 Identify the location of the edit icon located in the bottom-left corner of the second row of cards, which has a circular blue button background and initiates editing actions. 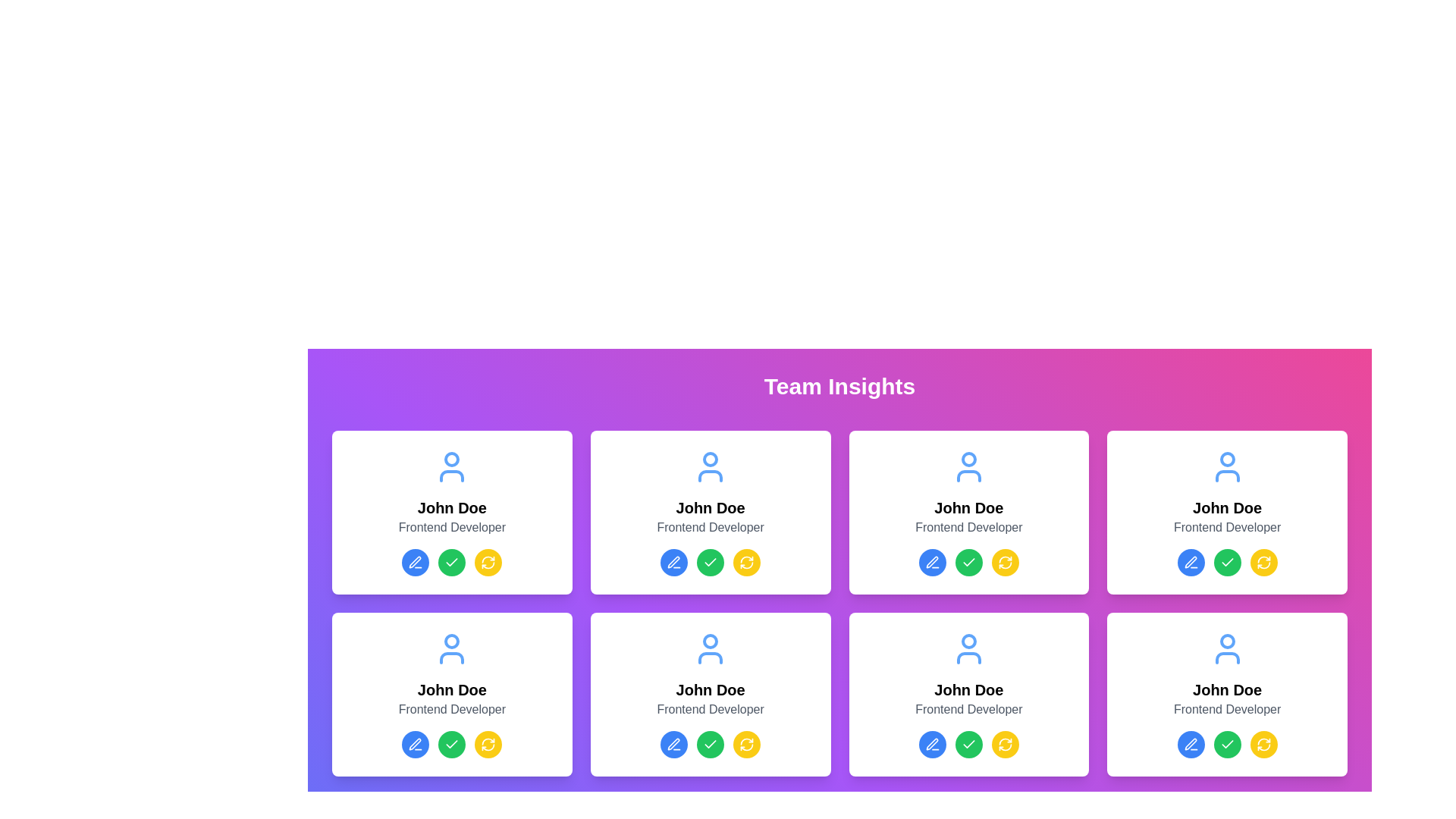
(416, 744).